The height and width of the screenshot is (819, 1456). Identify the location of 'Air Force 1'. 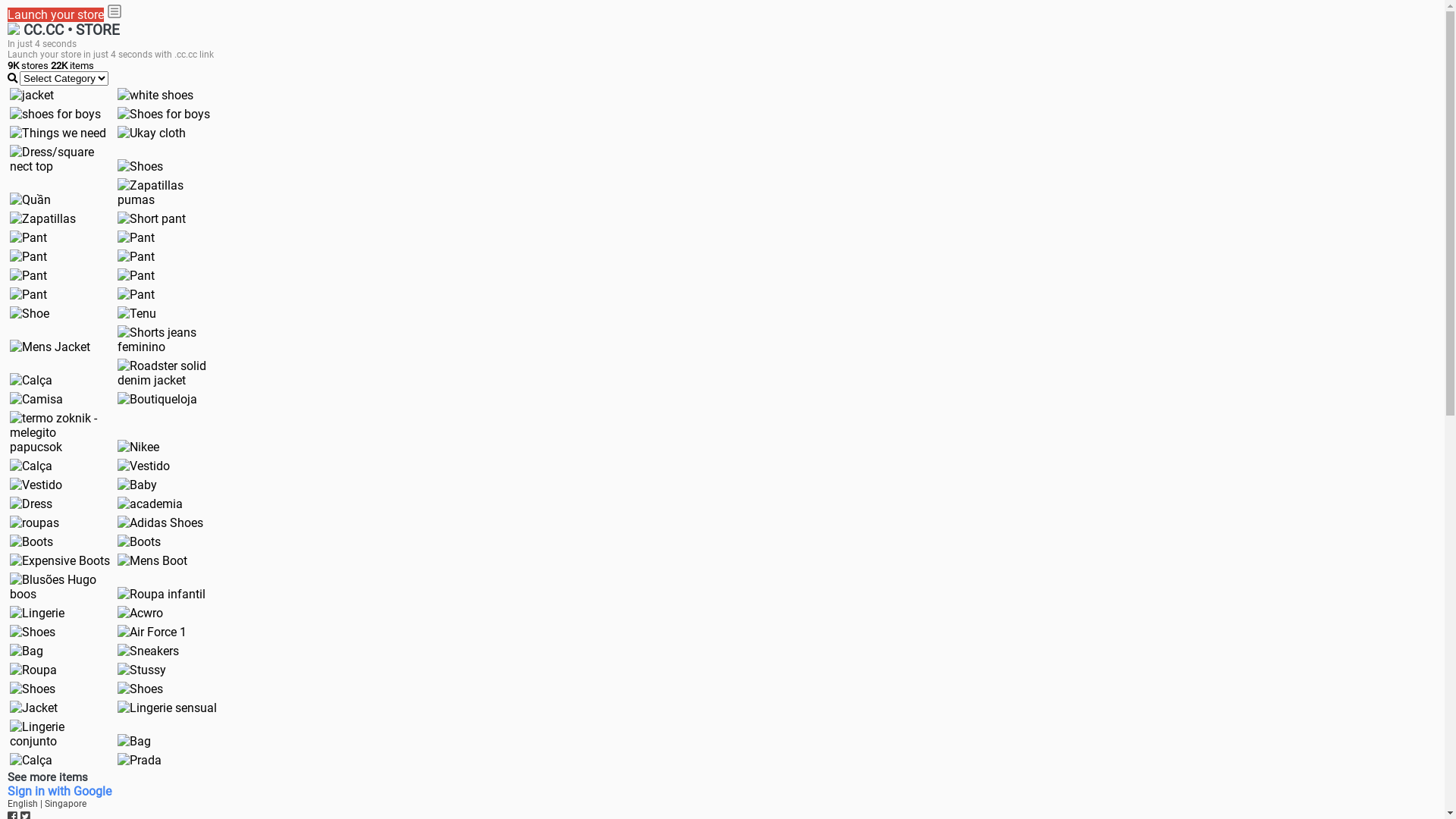
(152, 632).